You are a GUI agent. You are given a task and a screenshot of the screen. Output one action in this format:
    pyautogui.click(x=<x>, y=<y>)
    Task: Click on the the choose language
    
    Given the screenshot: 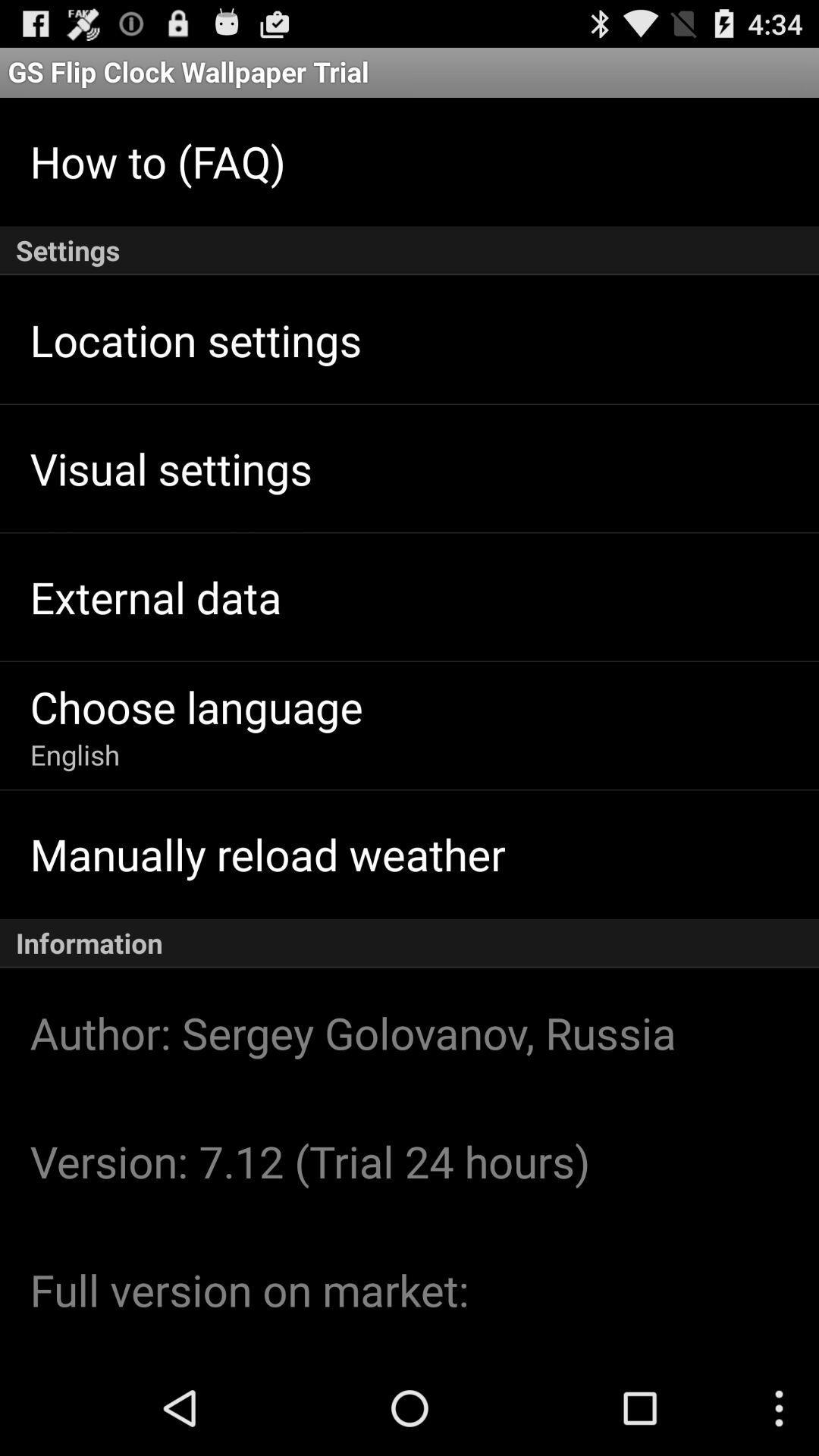 What is the action you would take?
    pyautogui.click(x=196, y=705)
    